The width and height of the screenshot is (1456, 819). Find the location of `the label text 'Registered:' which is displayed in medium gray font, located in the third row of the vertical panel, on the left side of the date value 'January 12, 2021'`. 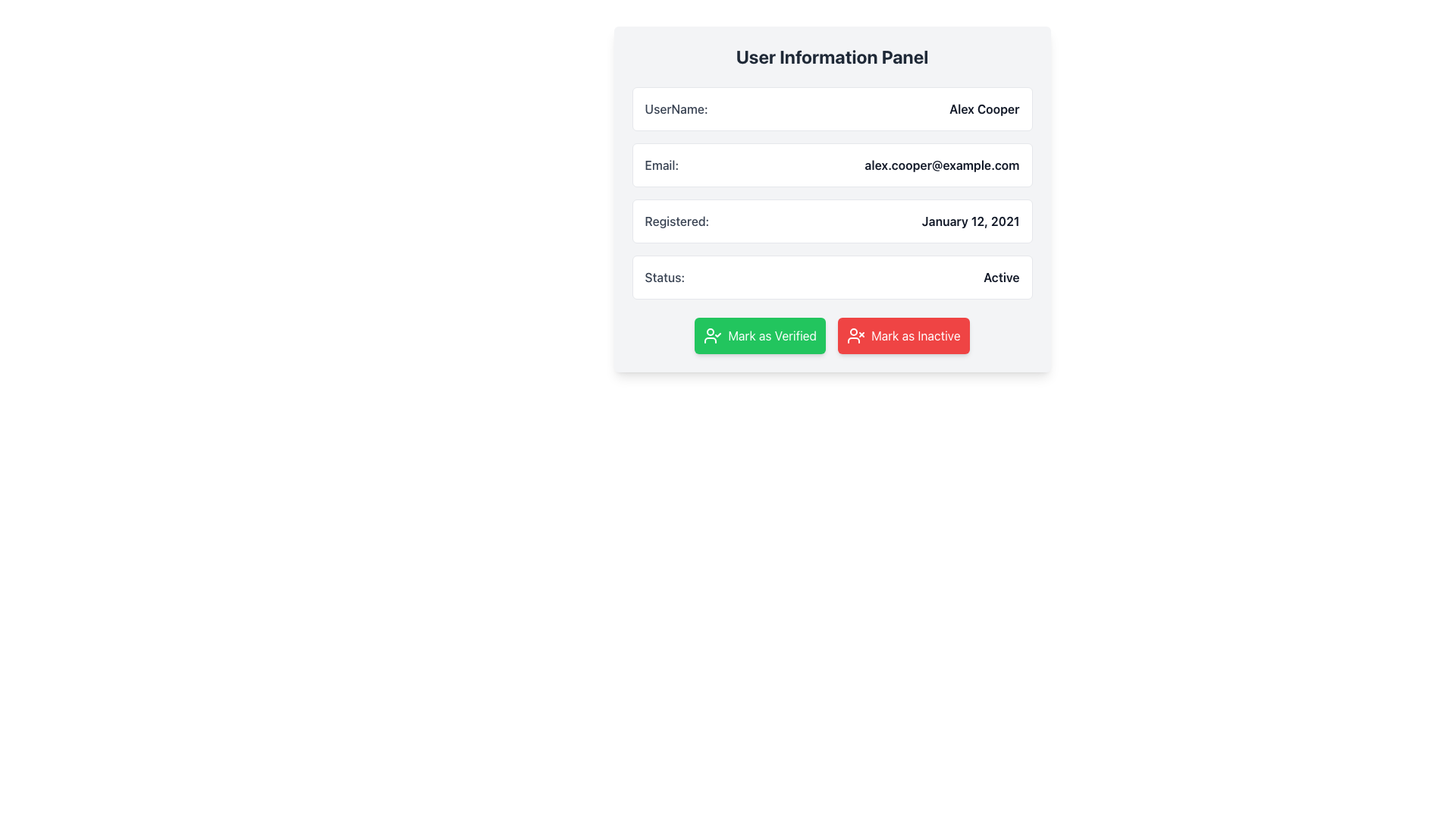

the label text 'Registered:' which is displayed in medium gray font, located in the third row of the vertical panel, on the left side of the date value 'January 12, 2021' is located at coordinates (676, 221).